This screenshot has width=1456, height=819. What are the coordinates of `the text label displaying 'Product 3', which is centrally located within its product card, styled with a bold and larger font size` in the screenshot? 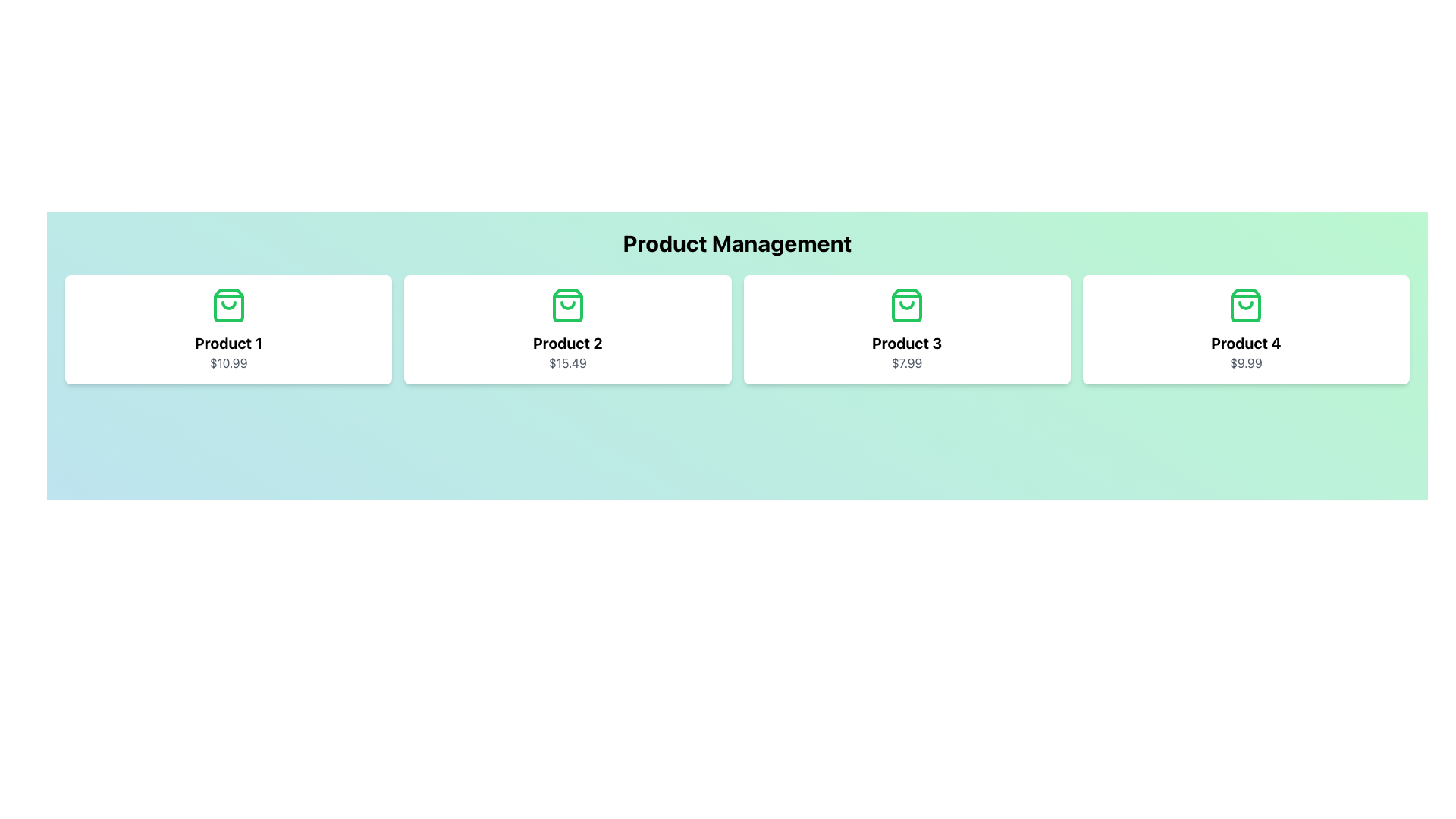 It's located at (907, 343).